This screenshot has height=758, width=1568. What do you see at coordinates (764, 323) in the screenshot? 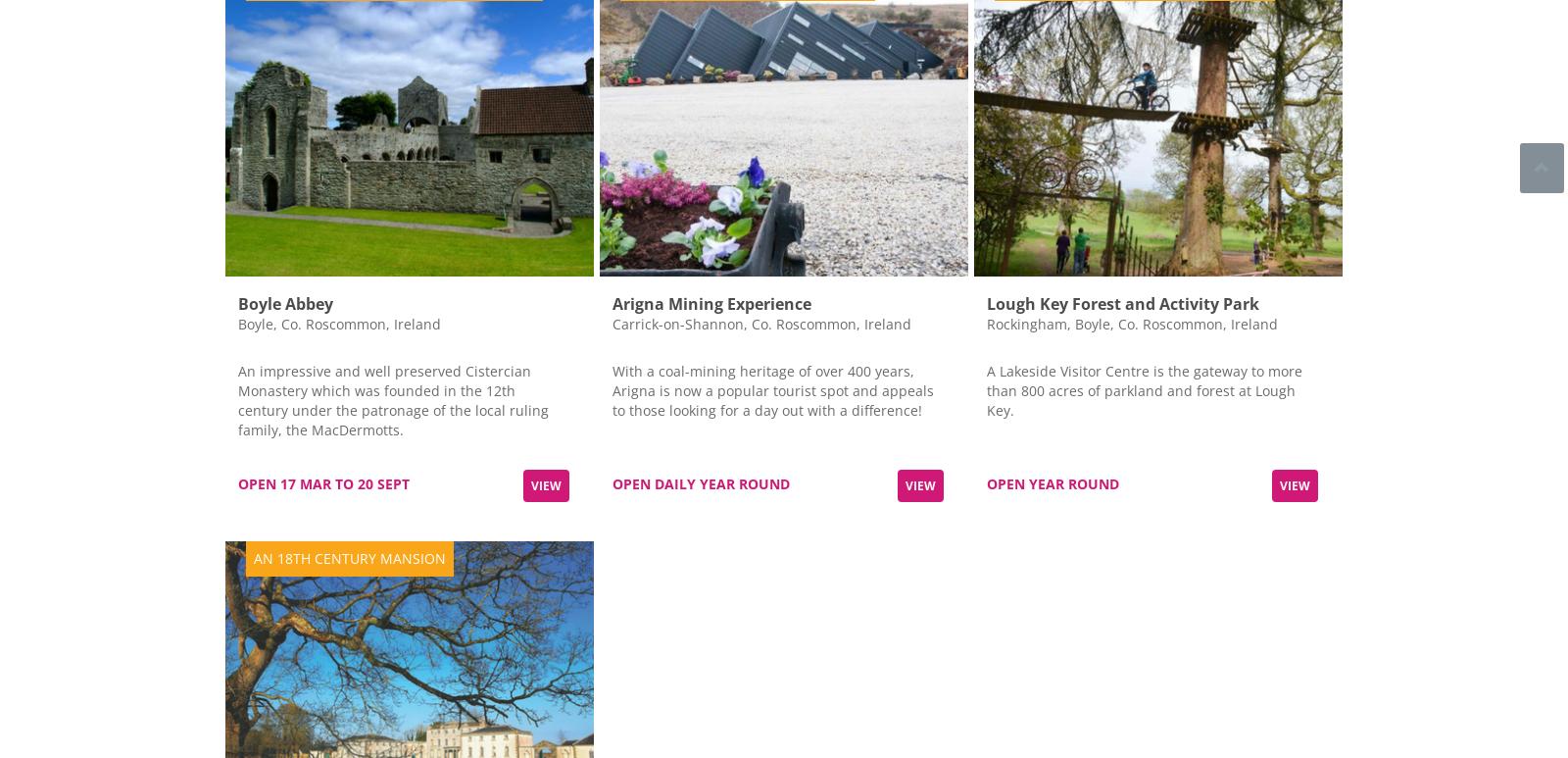
I see `'Carrick-on-Shannon, Co. Roscommon, Ireland'` at bounding box center [764, 323].